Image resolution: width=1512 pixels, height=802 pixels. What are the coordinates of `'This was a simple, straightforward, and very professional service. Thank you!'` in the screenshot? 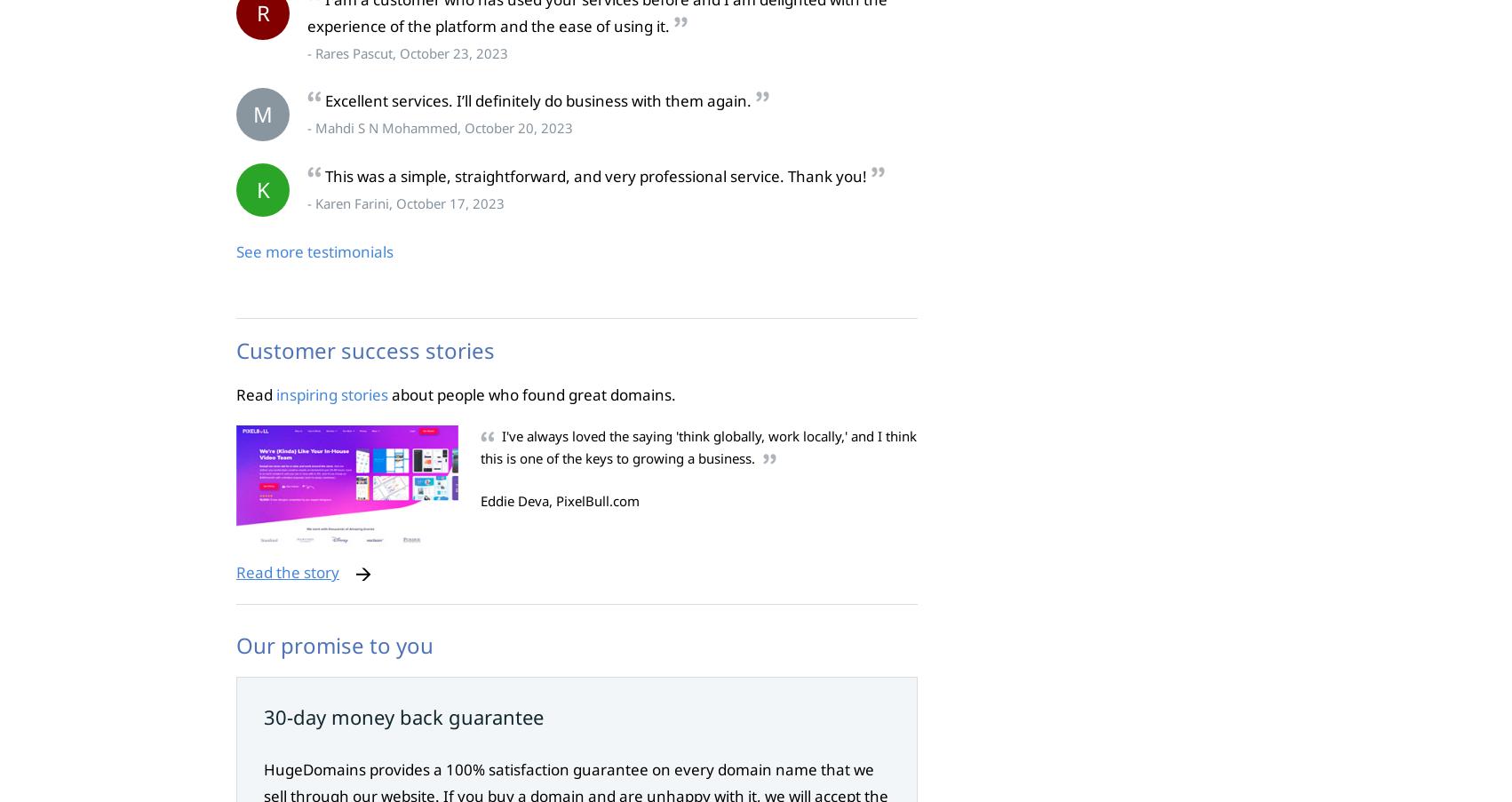 It's located at (595, 176).